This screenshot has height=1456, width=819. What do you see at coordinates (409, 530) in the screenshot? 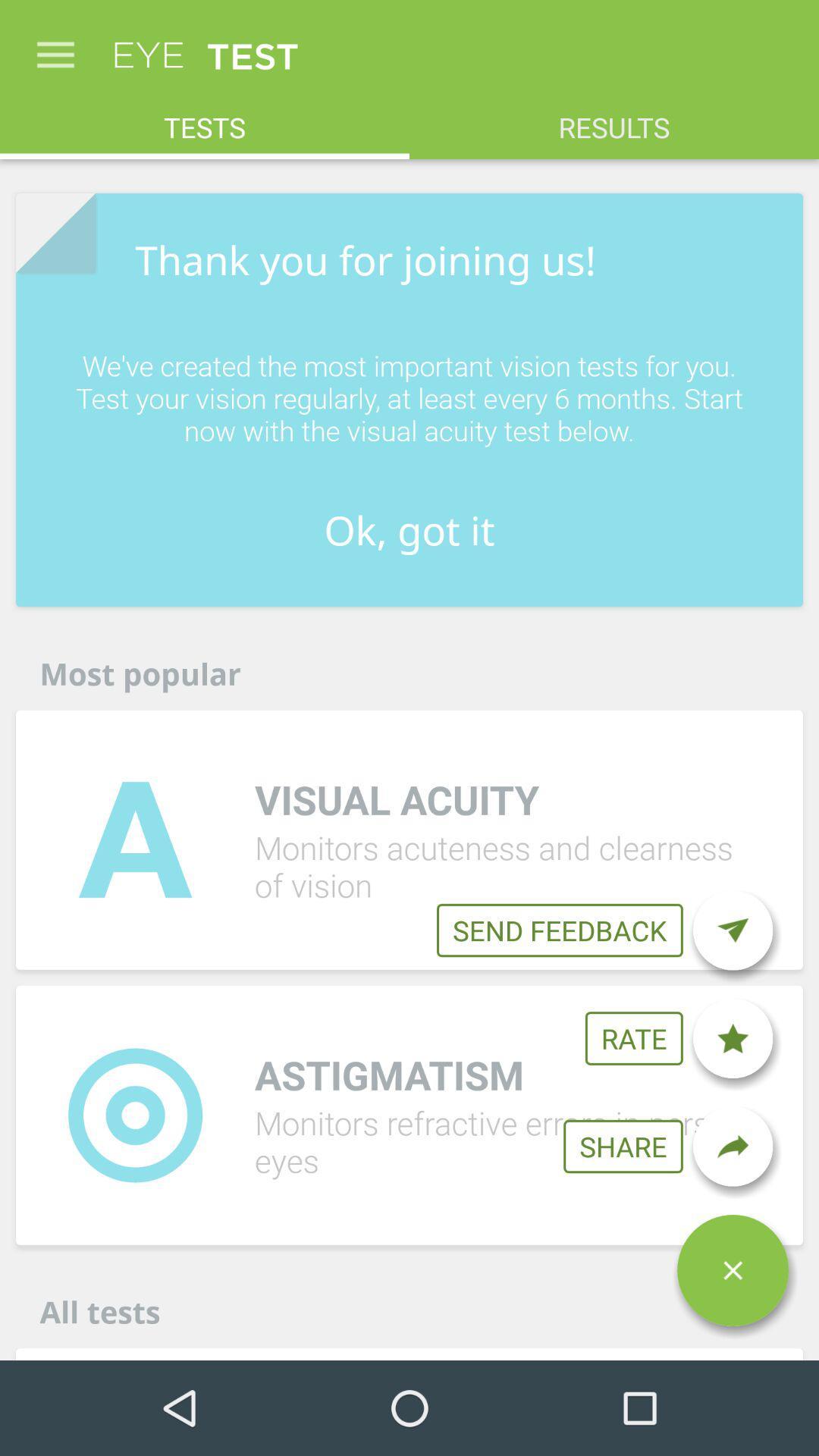
I see `ok, got it item` at bounding box center [409, 530].